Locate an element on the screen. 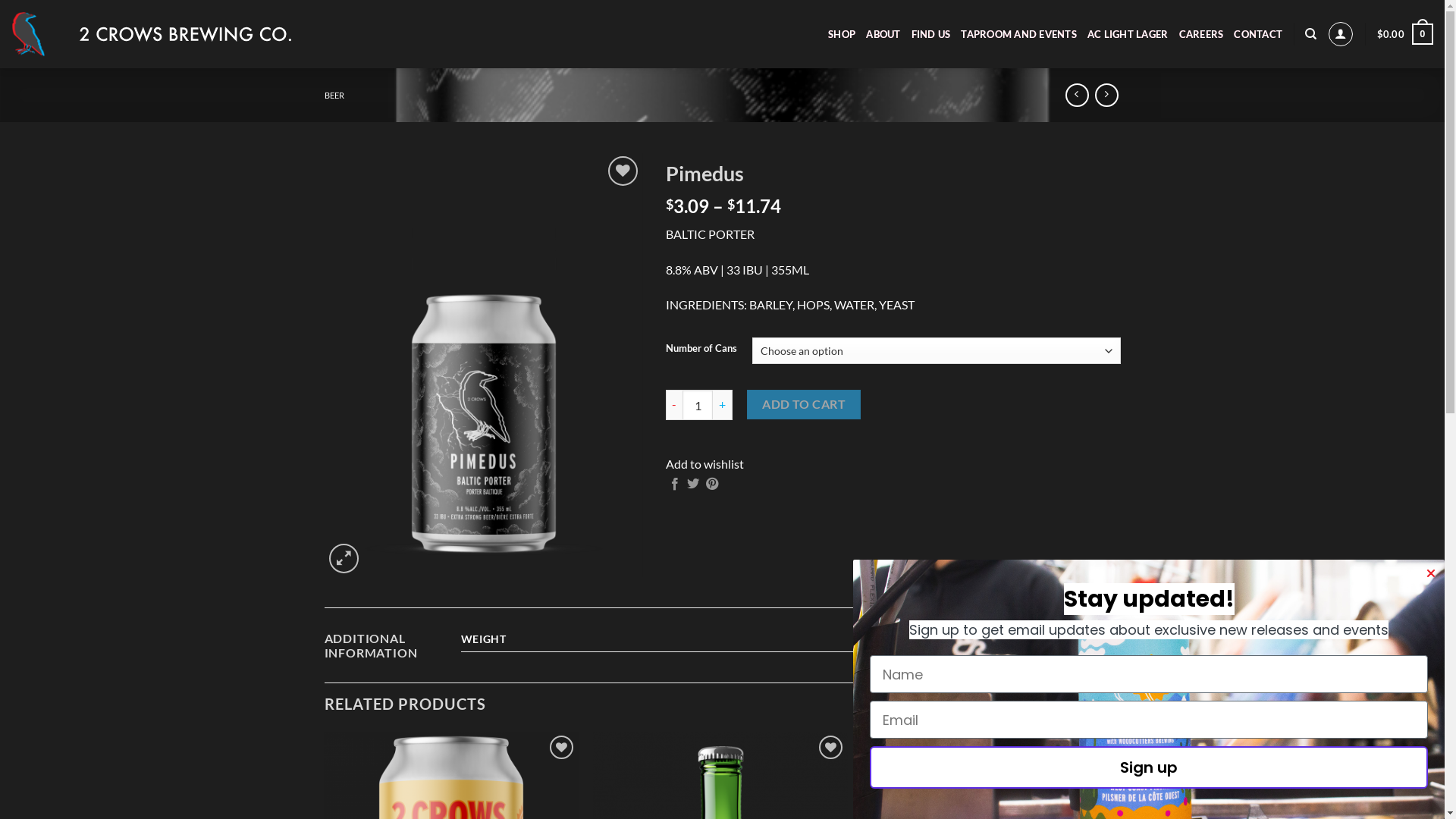 This screenshot has width=1456, height=819. 'ADD TO CART' is located at coordinates (802, 403).